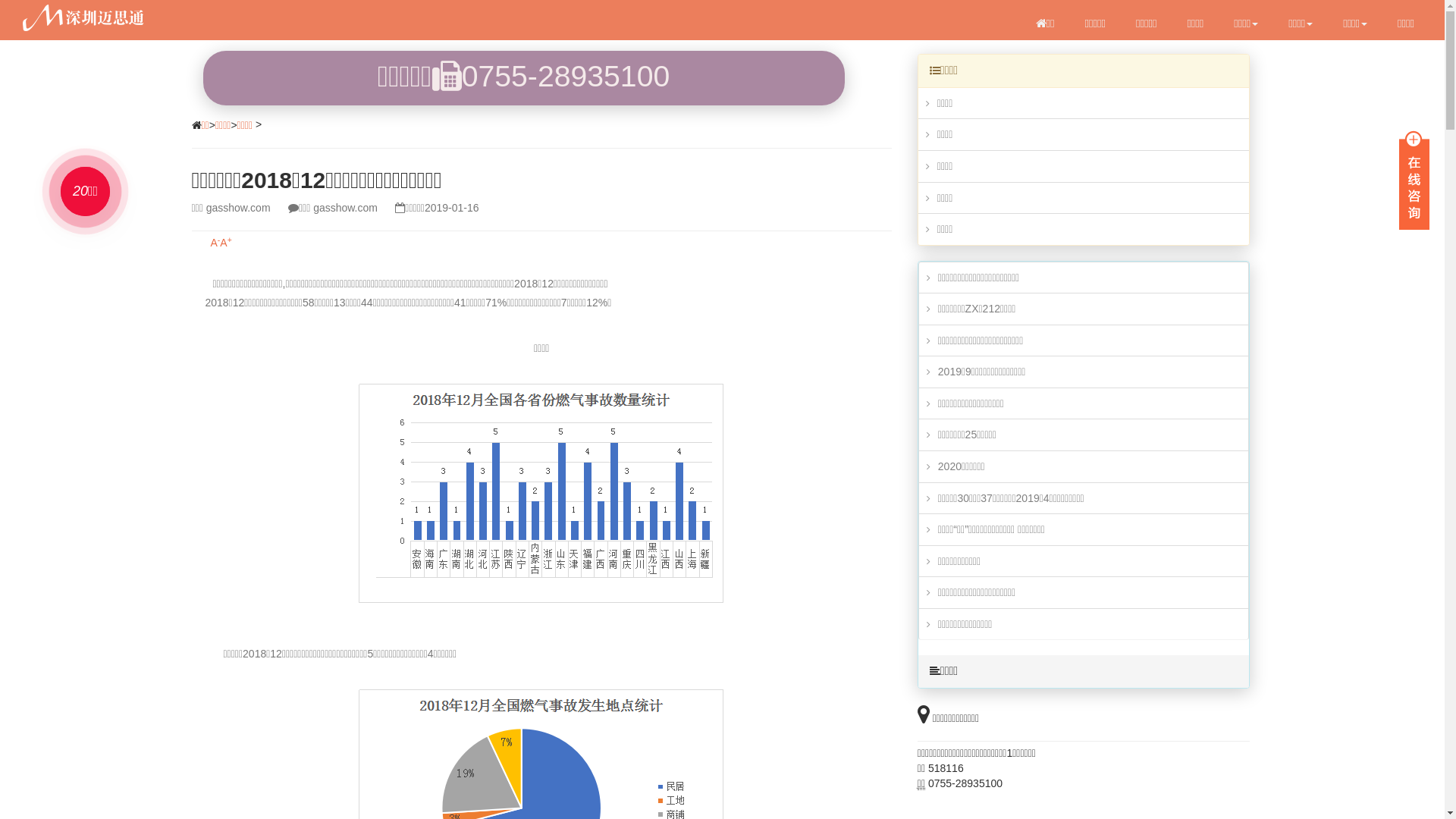 This screenshot has width=1456, height=819. What do you see at coordinates (215, 242) in the screenshot?
I see `'A-'` at bounding box center [215, 242].